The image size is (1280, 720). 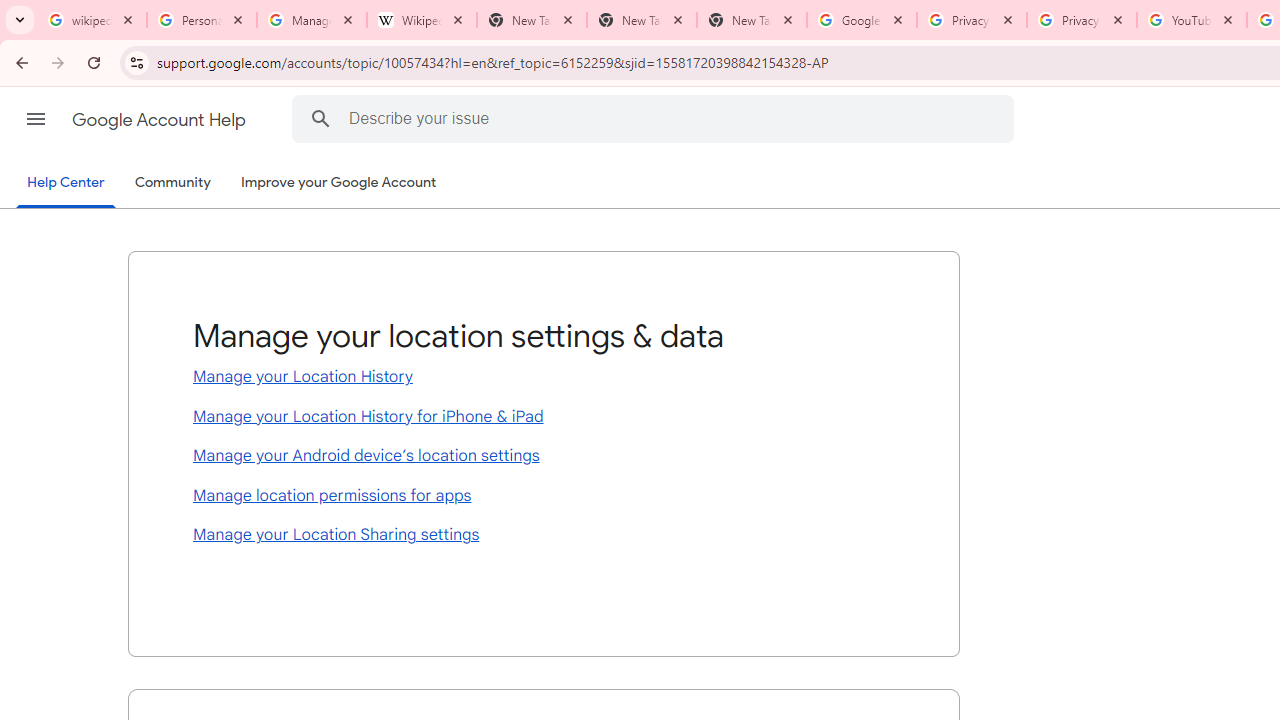 I want to click on 'New Tab', so click(x=642, y=20).